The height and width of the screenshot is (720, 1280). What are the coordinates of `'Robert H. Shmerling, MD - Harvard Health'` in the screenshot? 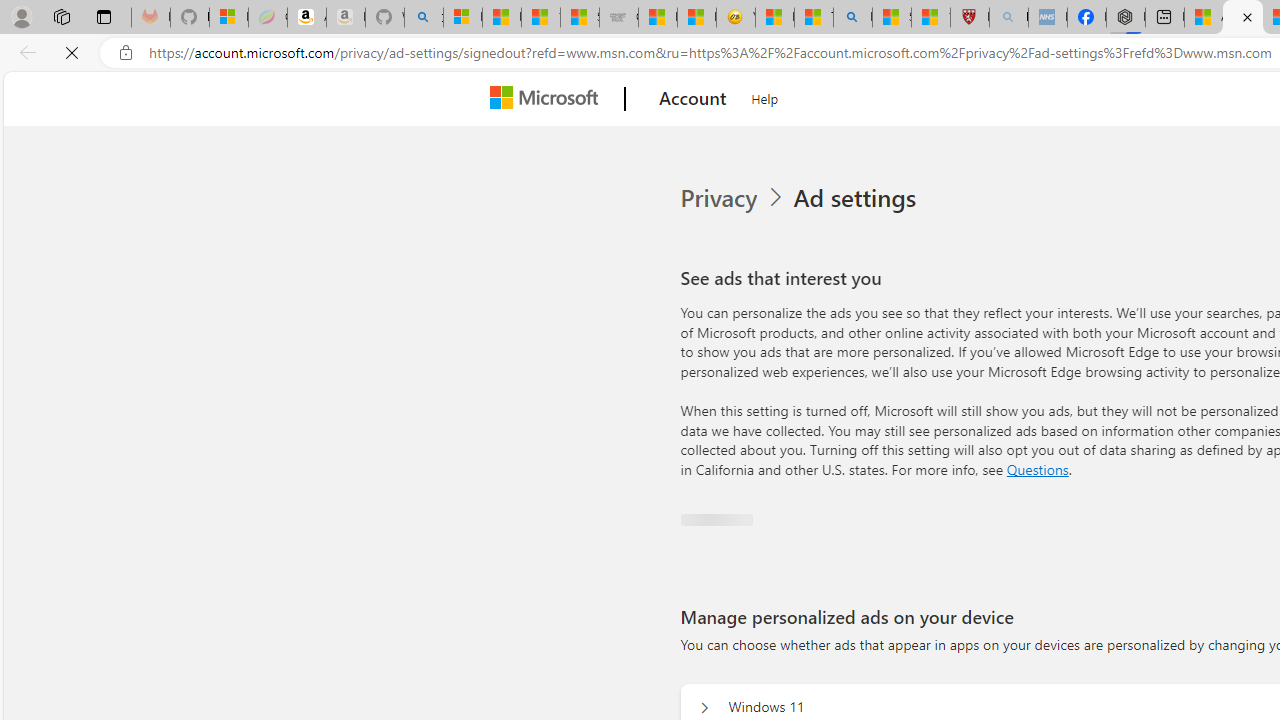 It's located at (970, 17).